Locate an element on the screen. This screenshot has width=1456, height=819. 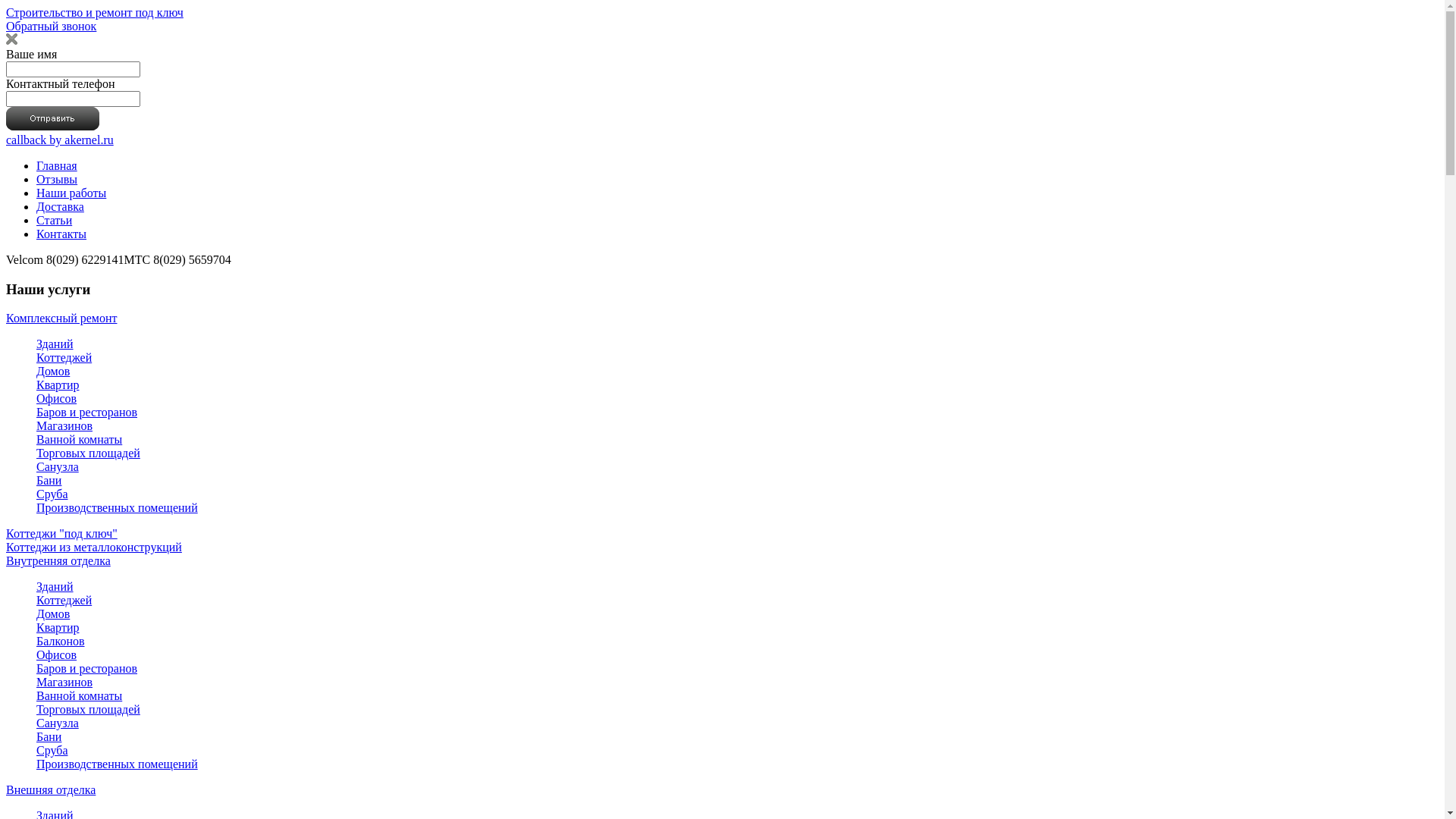
'callback by akernel.ru' is located at coordinates (59, 140).